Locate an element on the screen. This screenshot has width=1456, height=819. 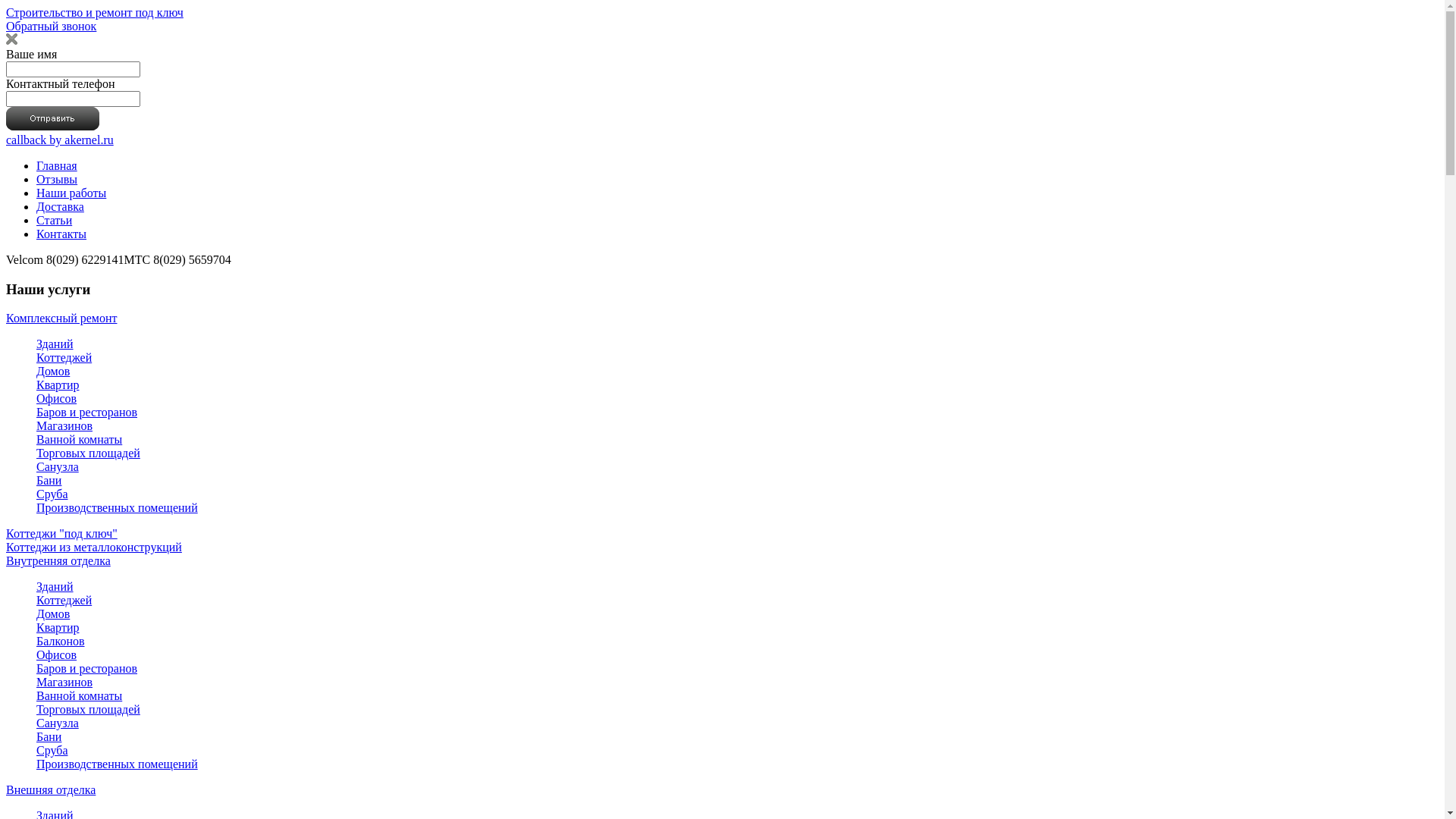
'callback by akernel.ru' is located at coordinates (59, 140).